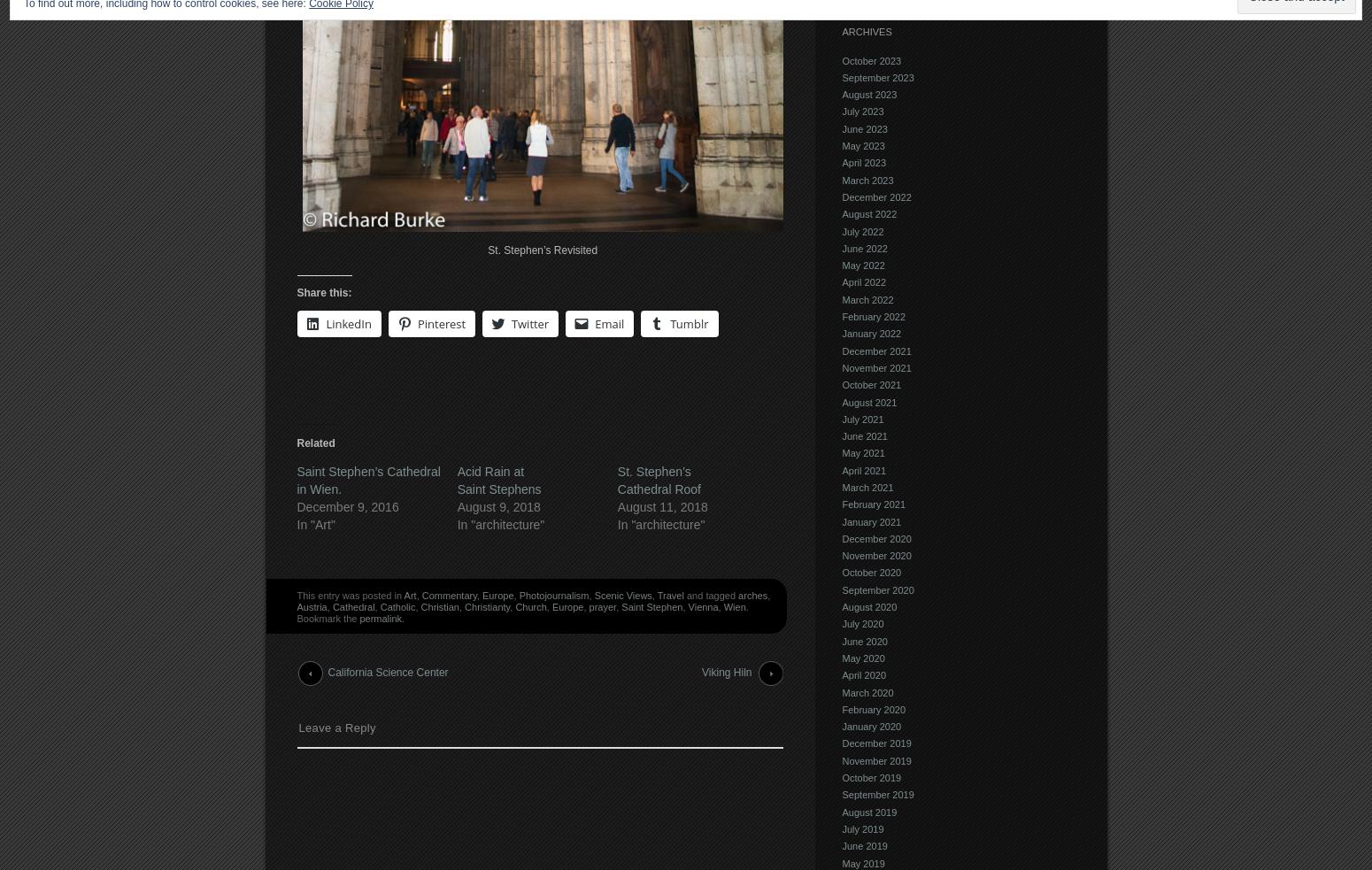  Describe the element at coordinates (865, 29) in the screenshot. I see `'Archives'` at that location.